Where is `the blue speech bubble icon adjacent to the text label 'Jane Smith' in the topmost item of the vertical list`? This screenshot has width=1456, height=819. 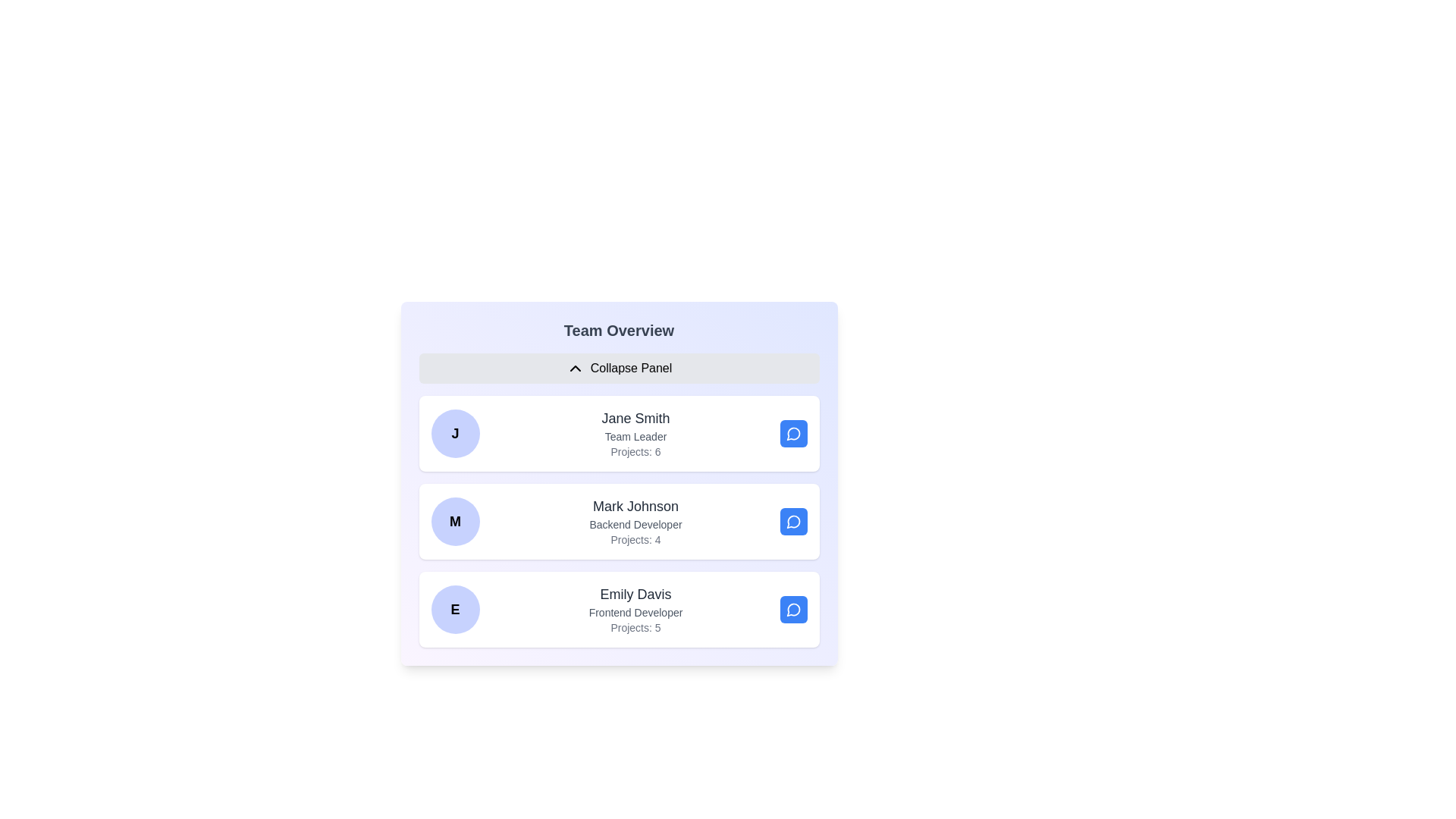 the blue speech bubble icon adjacent to the text label 'Jane Smith' in the topmost item of the vertical list is located at coordinates (792, 434).